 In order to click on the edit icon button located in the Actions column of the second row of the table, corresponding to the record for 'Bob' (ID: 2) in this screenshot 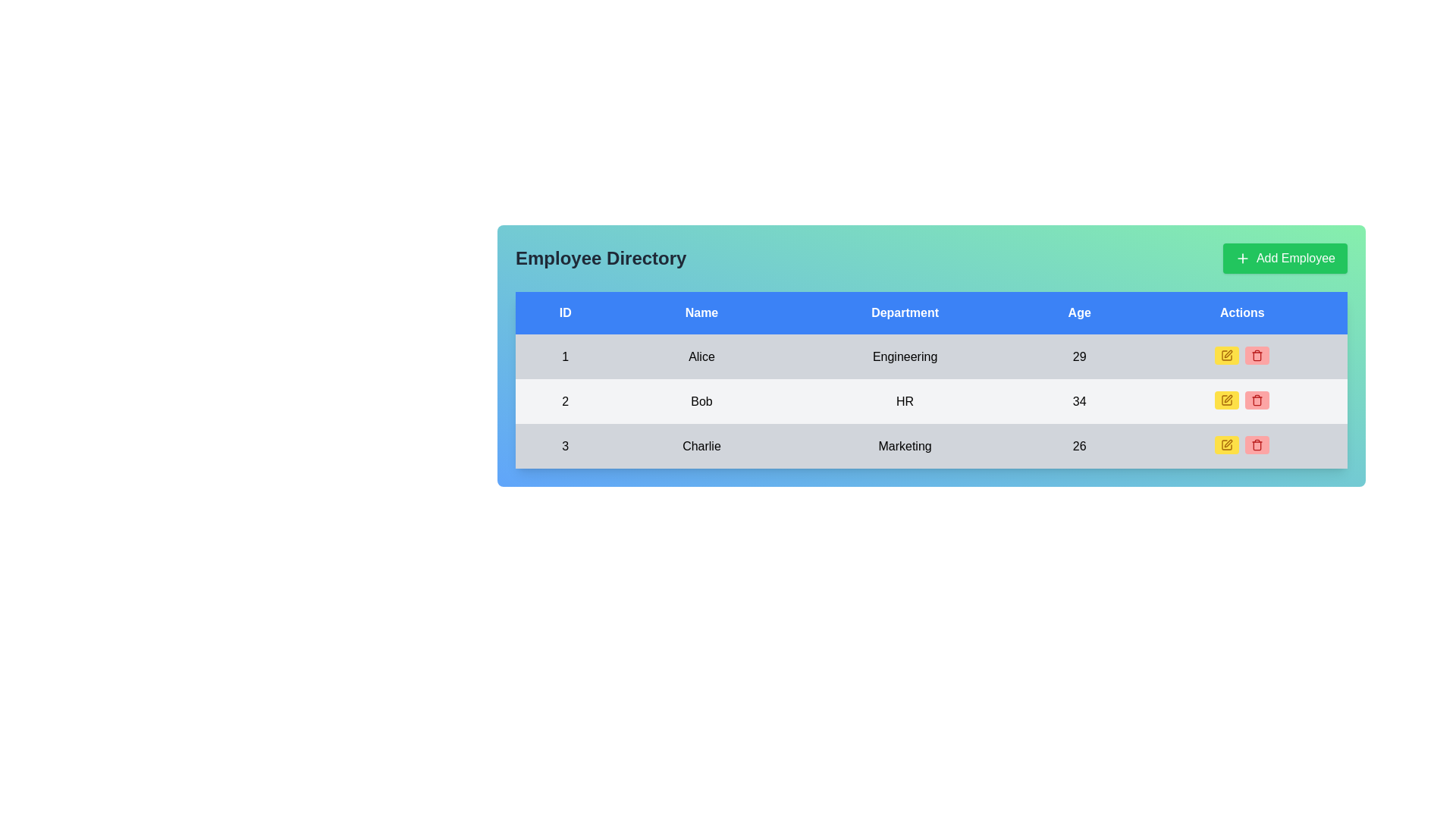, I will do `click(1227, 400)`.